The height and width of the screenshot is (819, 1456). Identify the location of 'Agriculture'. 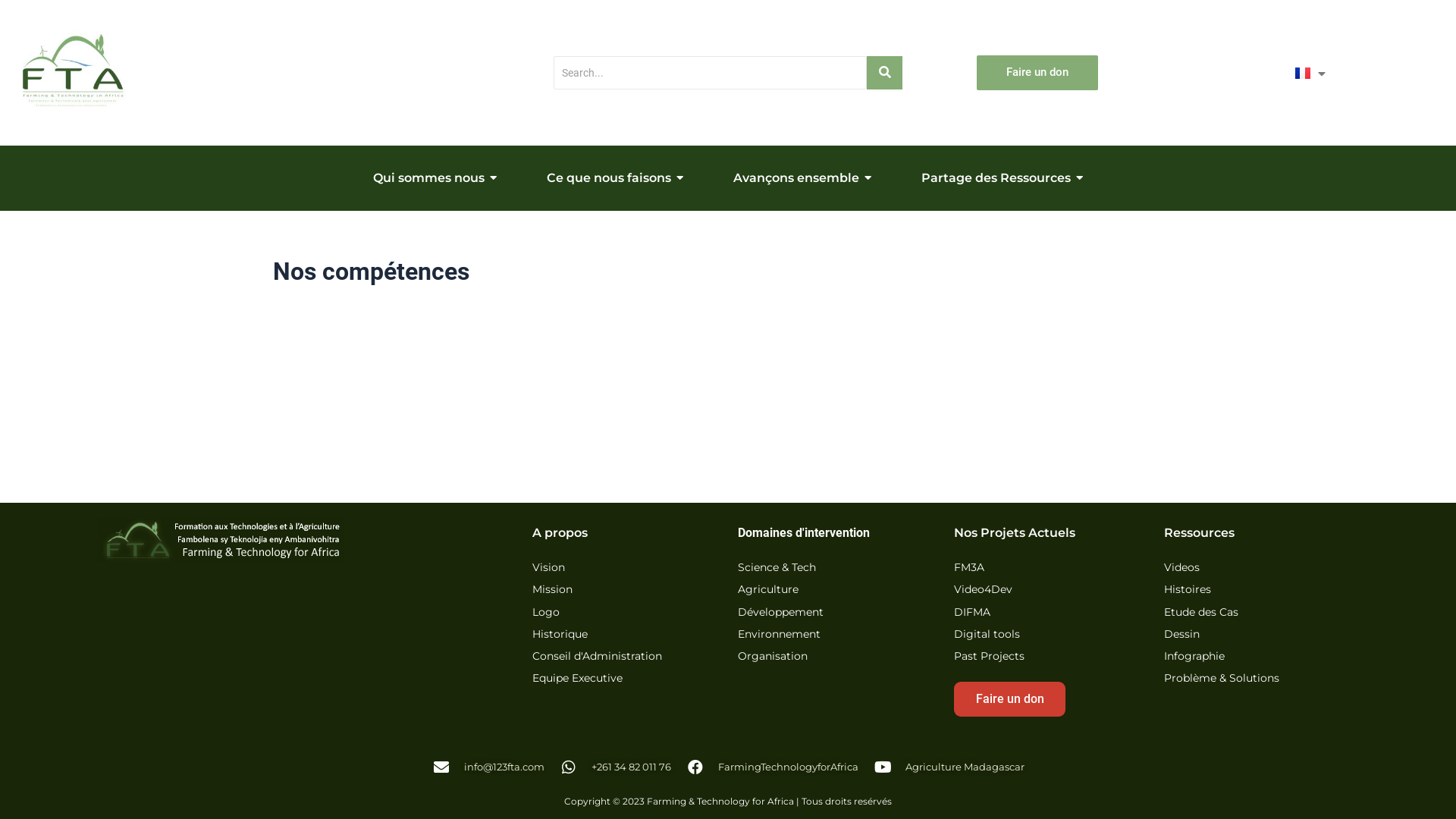
(767, 589).